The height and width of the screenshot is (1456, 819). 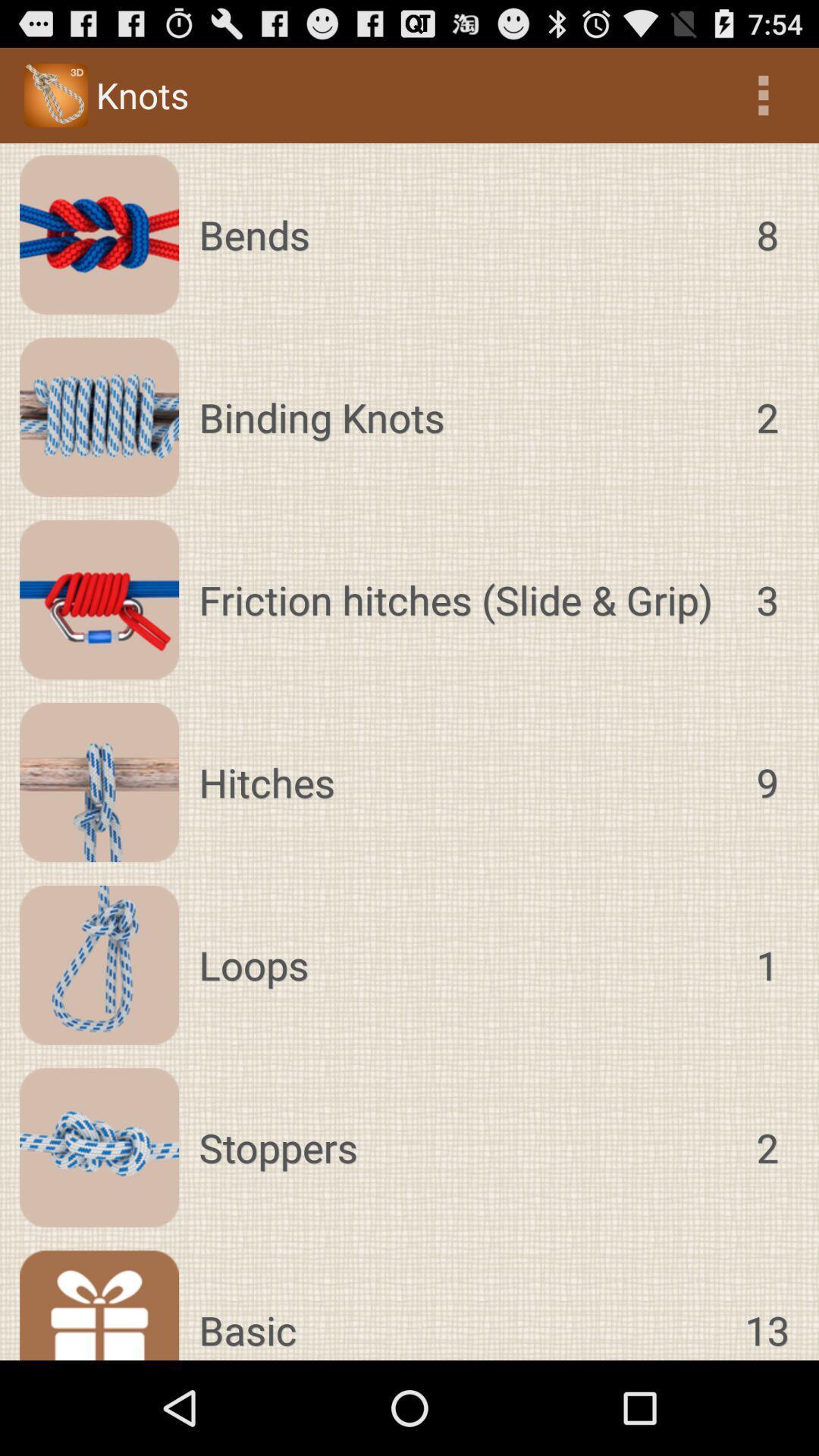 I want to click on the 9 icon, so click(x=767, y=783).